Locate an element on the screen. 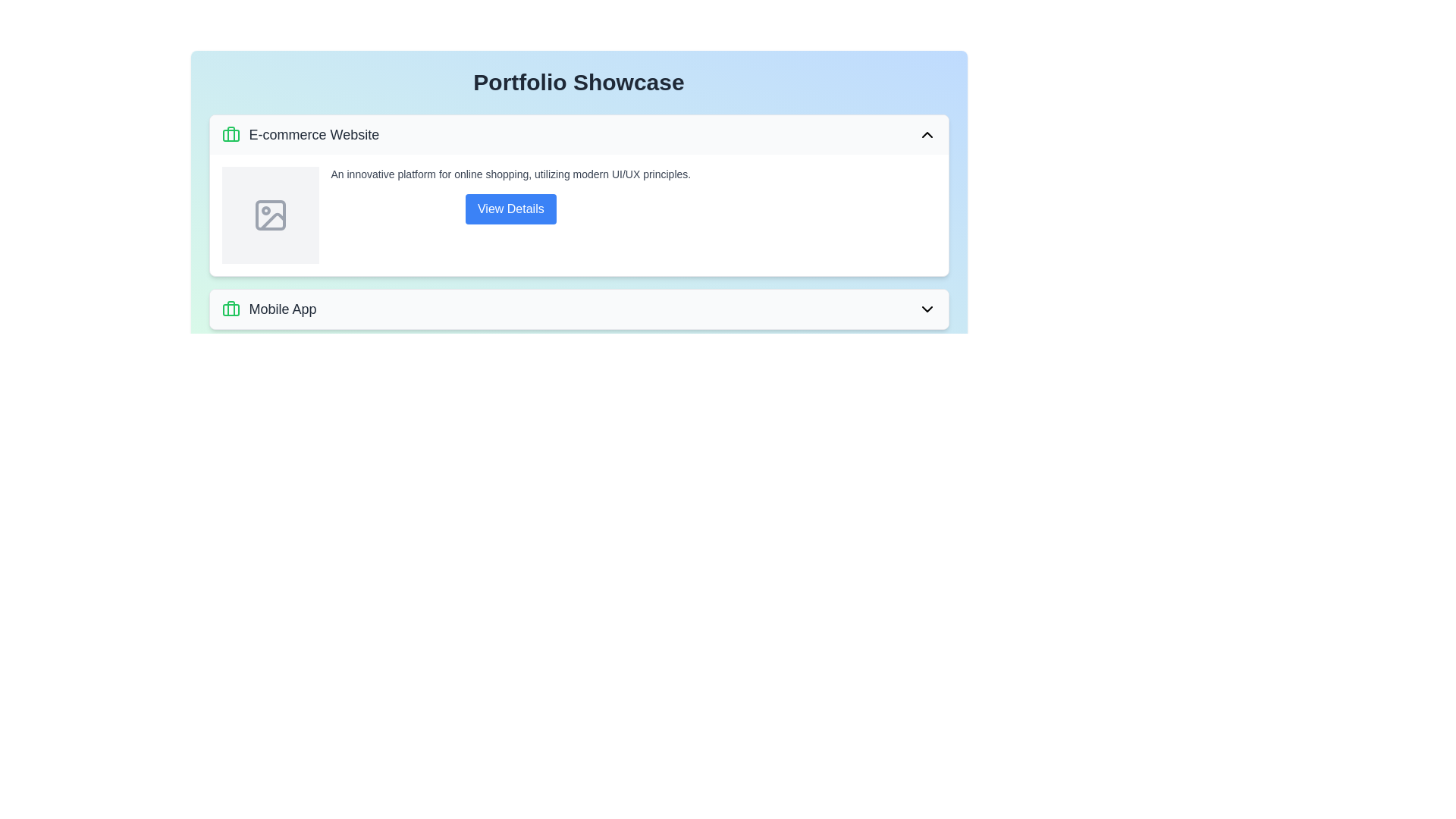 The image size is (1456, 819). the green briefcase SVG icon located to the left of the 'Mobile App' text in the second section of the portfolio items list is located at coordinates (230, 309).